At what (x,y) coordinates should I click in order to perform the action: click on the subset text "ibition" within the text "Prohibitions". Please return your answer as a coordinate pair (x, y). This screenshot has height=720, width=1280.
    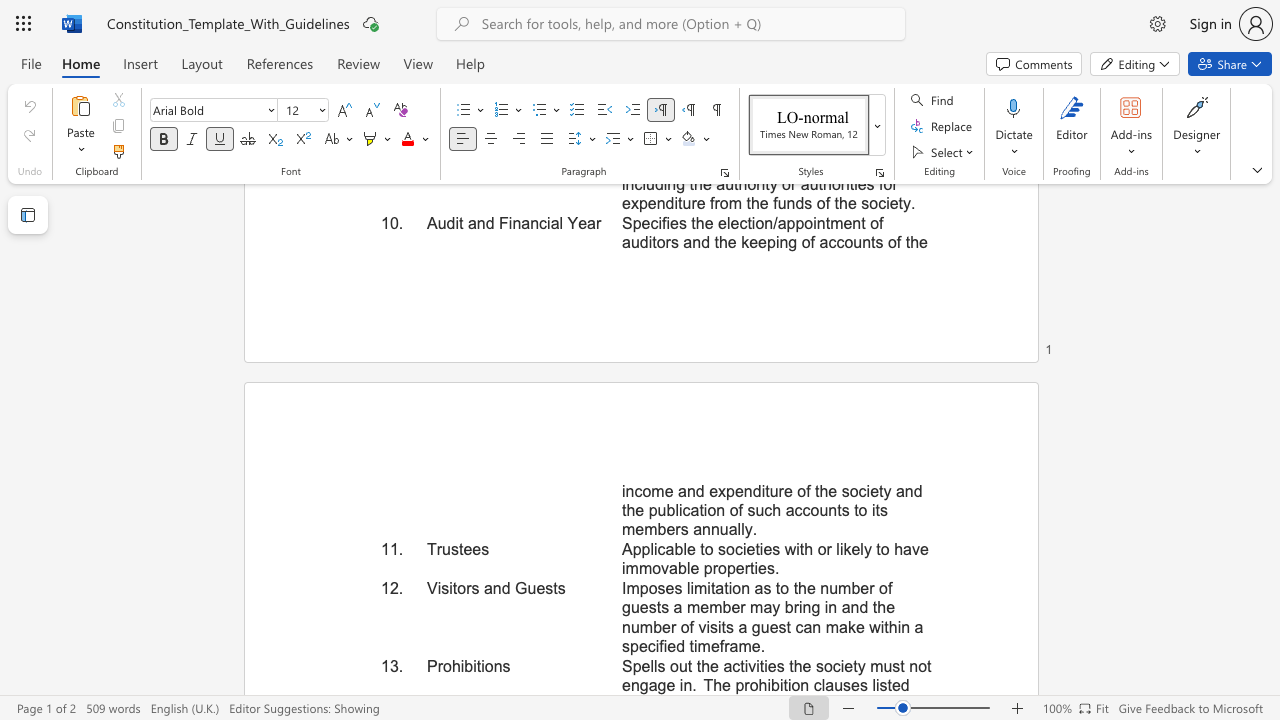
    Looking at the image, I should click on (459, 666).